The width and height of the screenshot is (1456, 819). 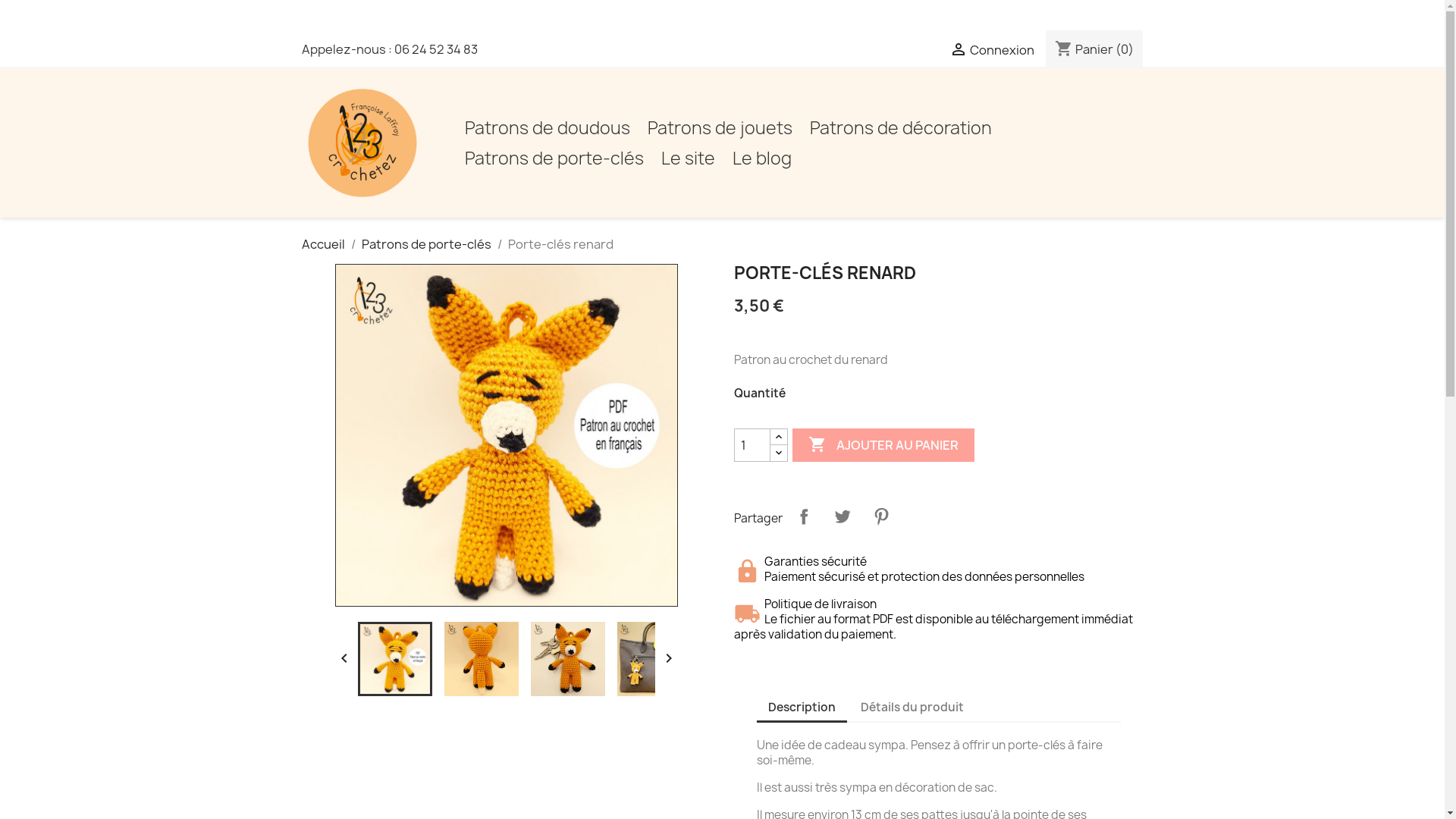 I want to click on 'Description', so click(x=801, y=708).